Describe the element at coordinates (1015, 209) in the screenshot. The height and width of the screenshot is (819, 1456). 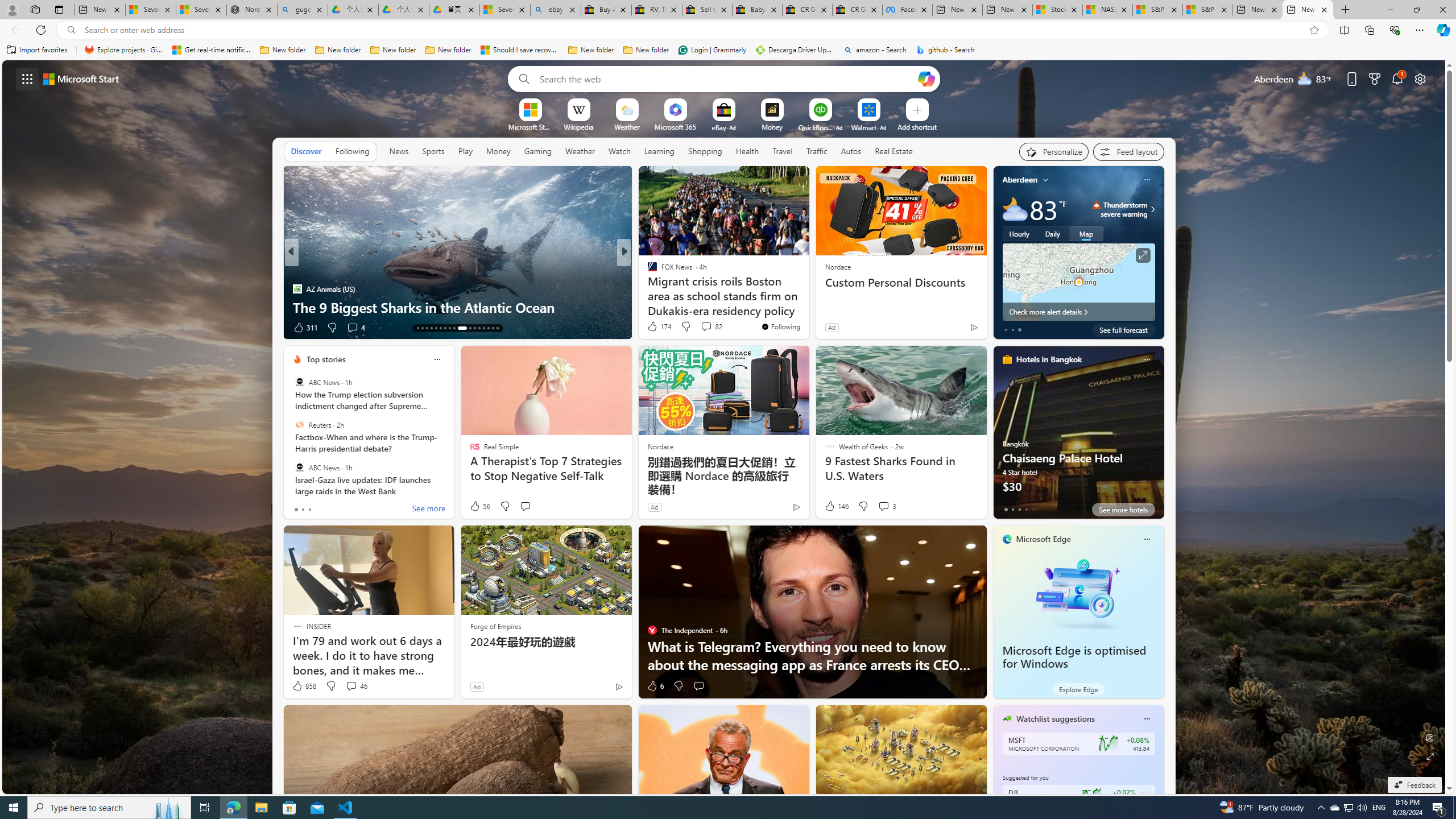
I see `'Mostly cloudy'` at that location.